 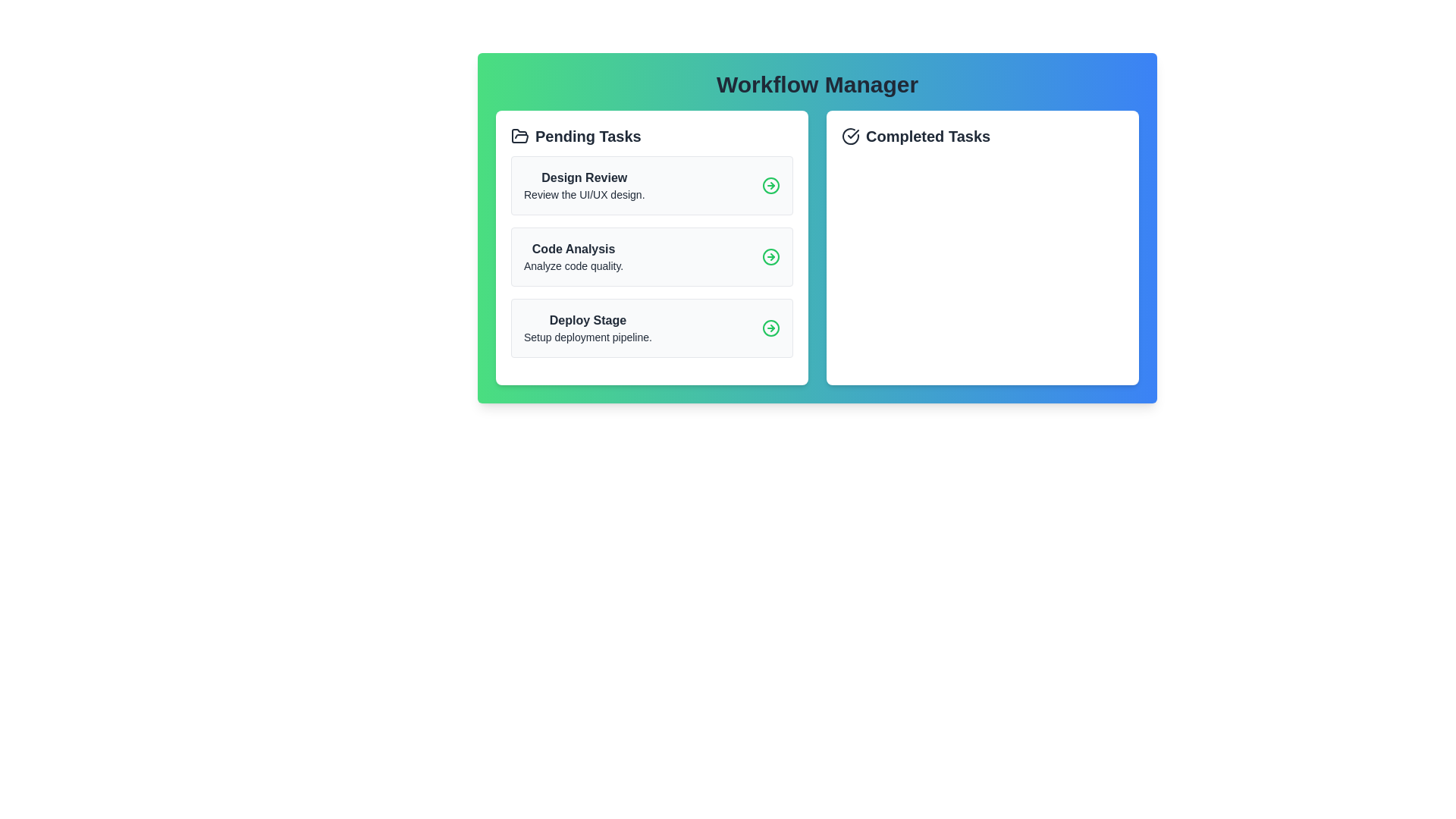 I want to click on the circular decorative element resembling an arrow within the second task entry of the 'Pending Tasks' list to bring up context options, so click(x=771, y=256).